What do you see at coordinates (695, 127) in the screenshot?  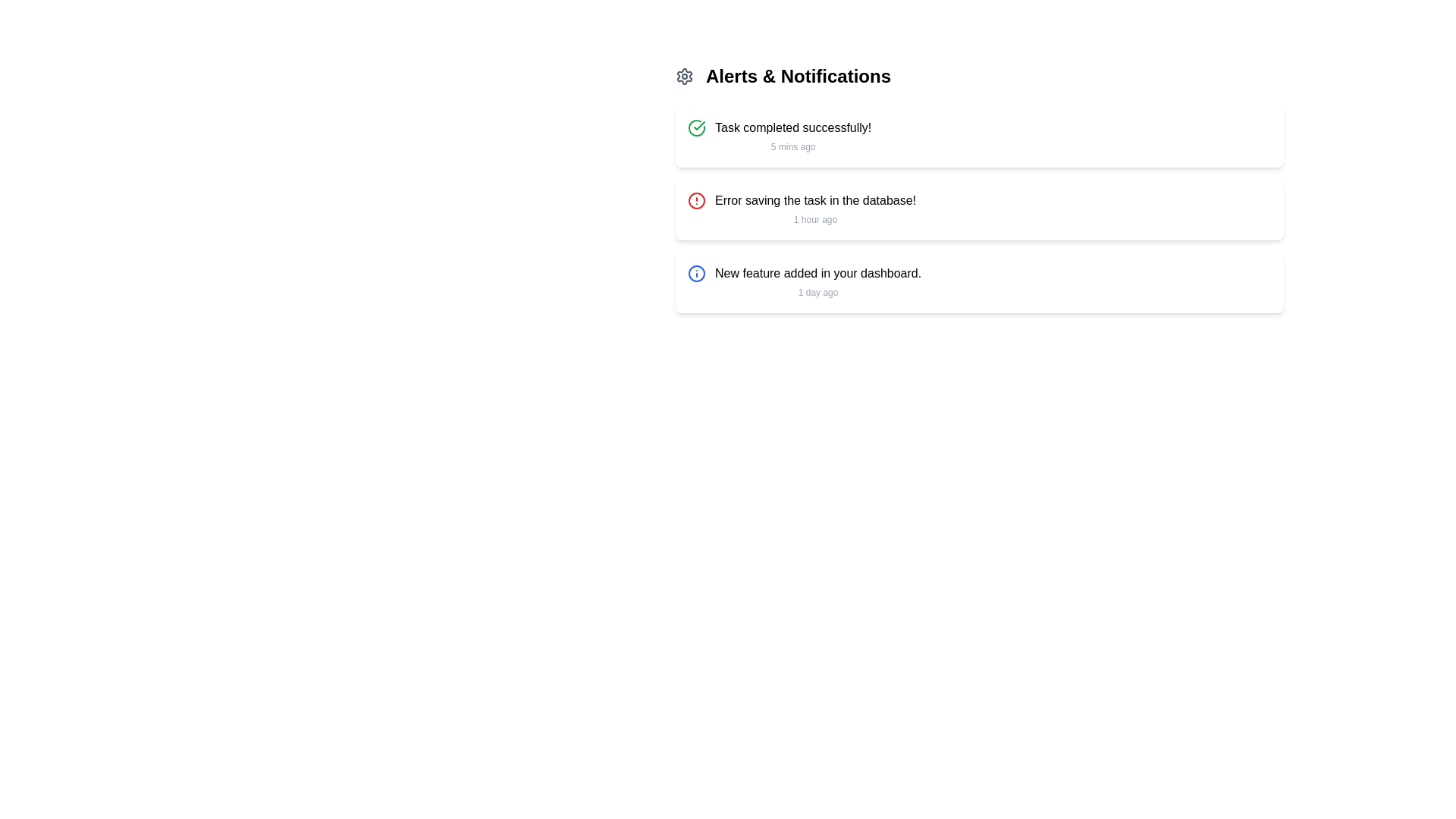 I see `the checkmark icon inside a green circle located to the left of the message 'Task completed successfully!' in the first notification entry of the 'Alerts & Notifications' list` at bounding box center [695, 127].